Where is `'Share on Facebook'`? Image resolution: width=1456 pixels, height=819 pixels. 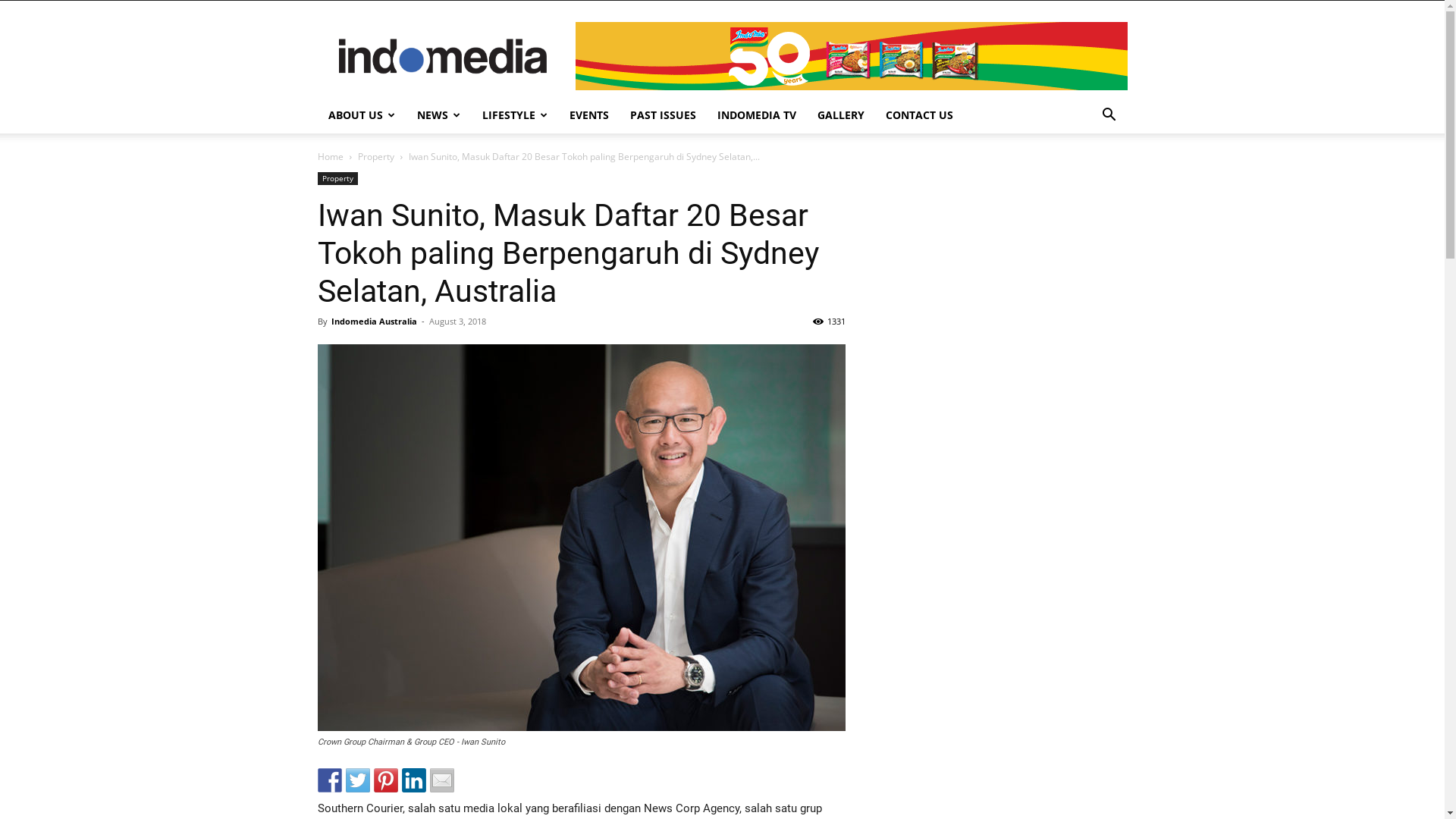
'Share on Facebook' is located at coordinates (315, 780).